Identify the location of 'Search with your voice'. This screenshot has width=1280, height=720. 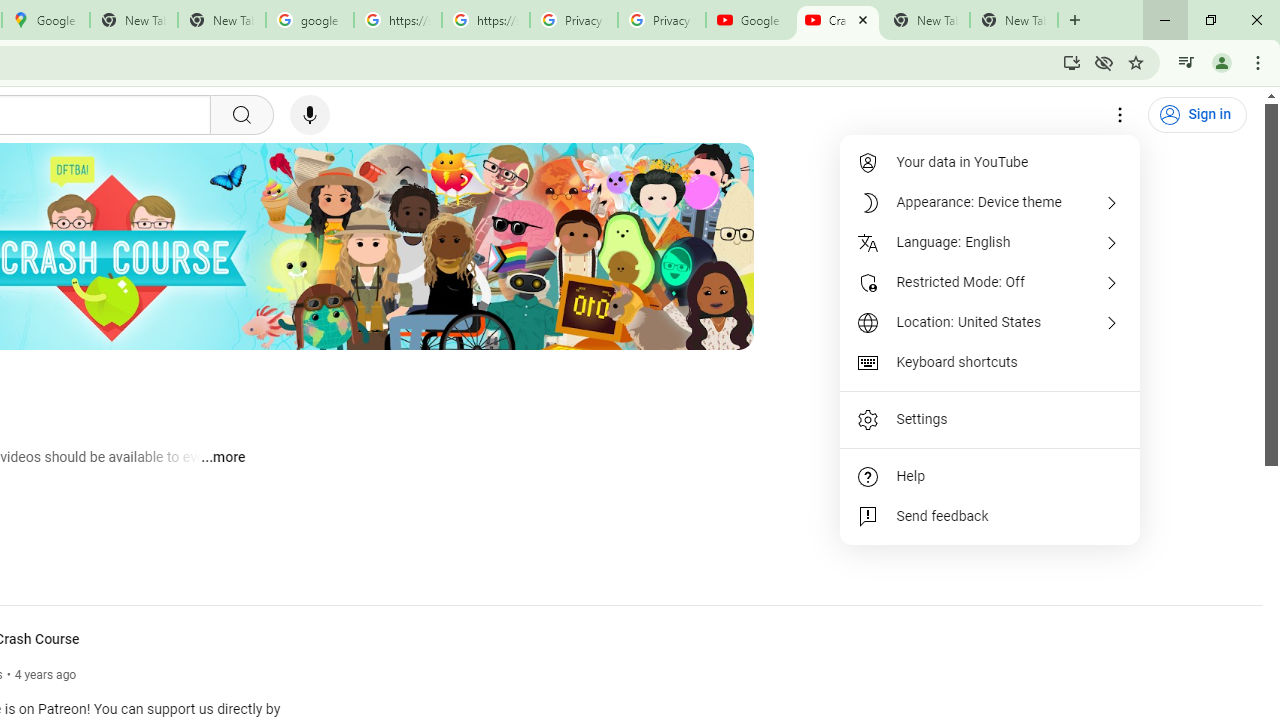
(308, 115).